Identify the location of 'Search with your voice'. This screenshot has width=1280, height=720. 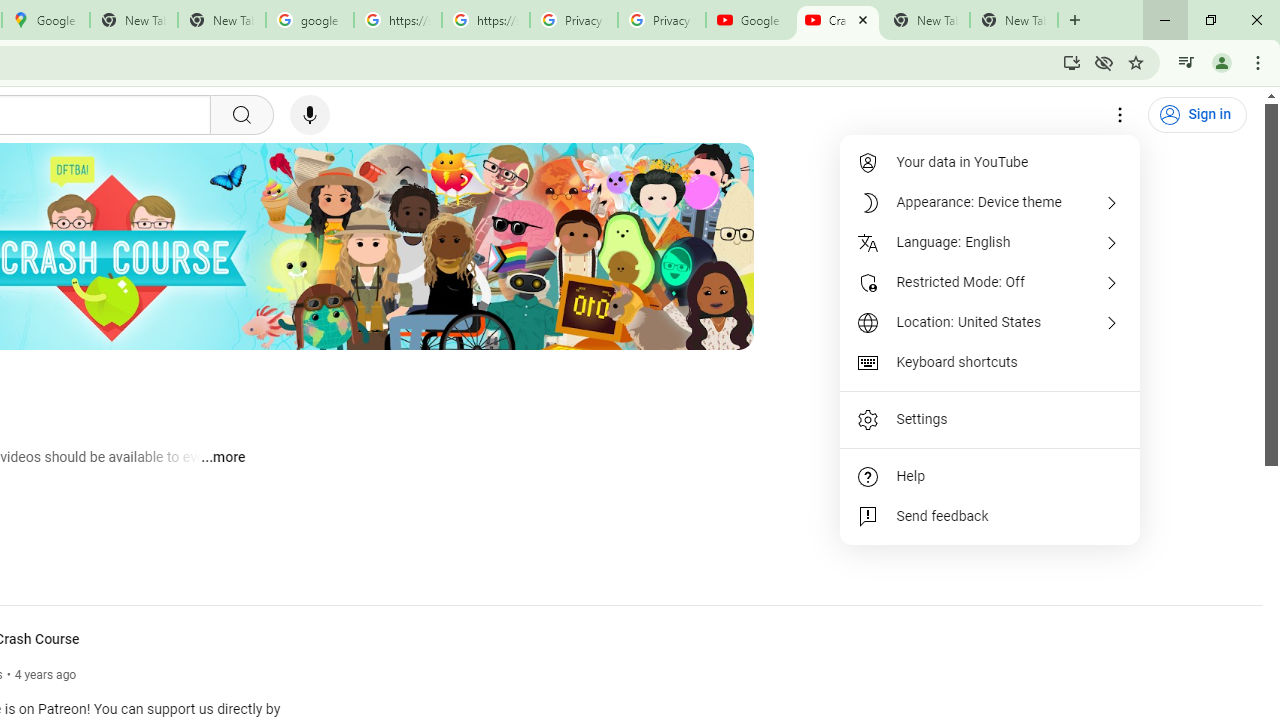
(308, 115).